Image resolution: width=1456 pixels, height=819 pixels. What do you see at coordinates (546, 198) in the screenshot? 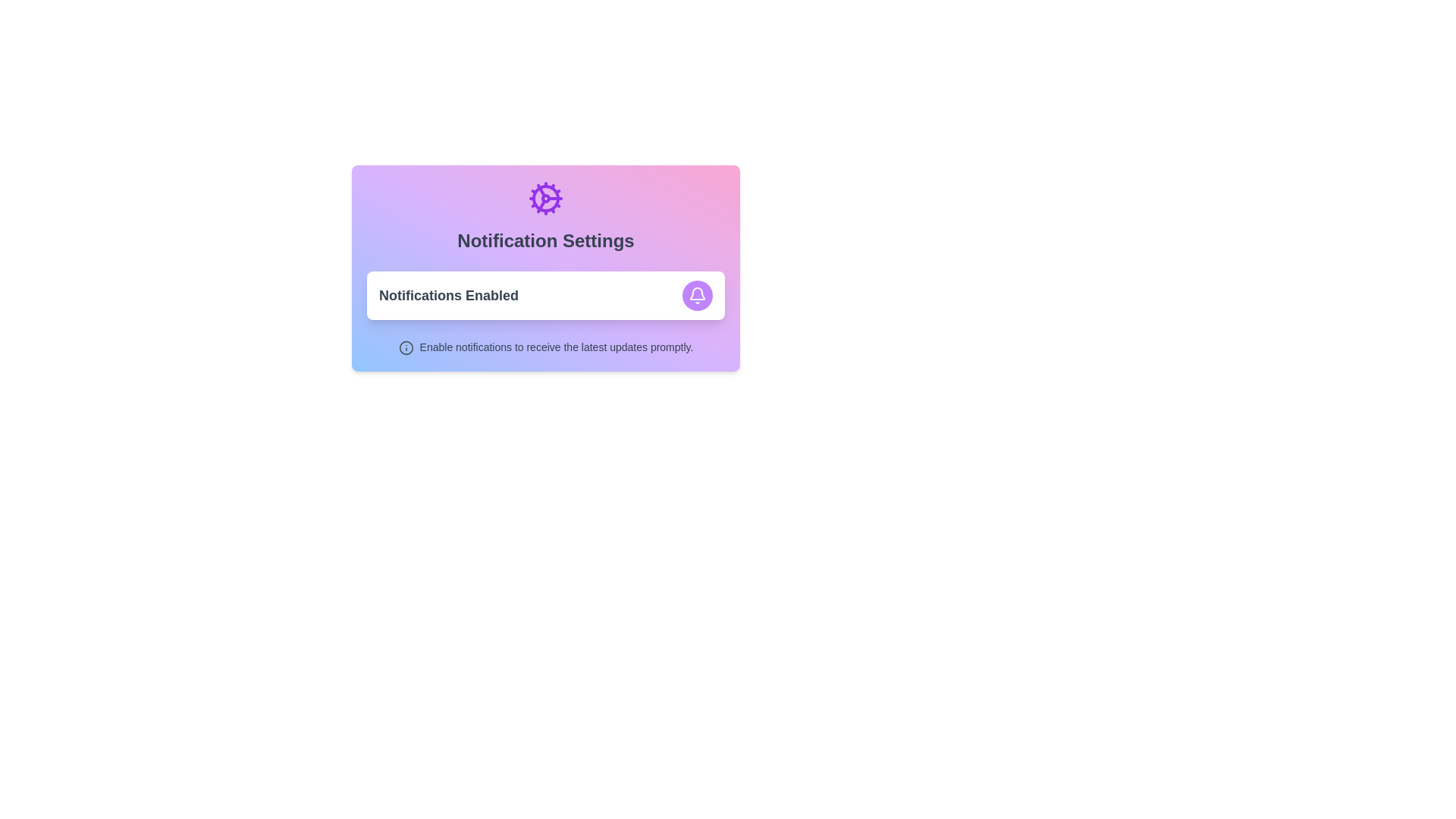
I see `the Decorative Icon positioned at the top center of the card layout, above the title 'Notification Settings'` at bounding box center [546, 198].